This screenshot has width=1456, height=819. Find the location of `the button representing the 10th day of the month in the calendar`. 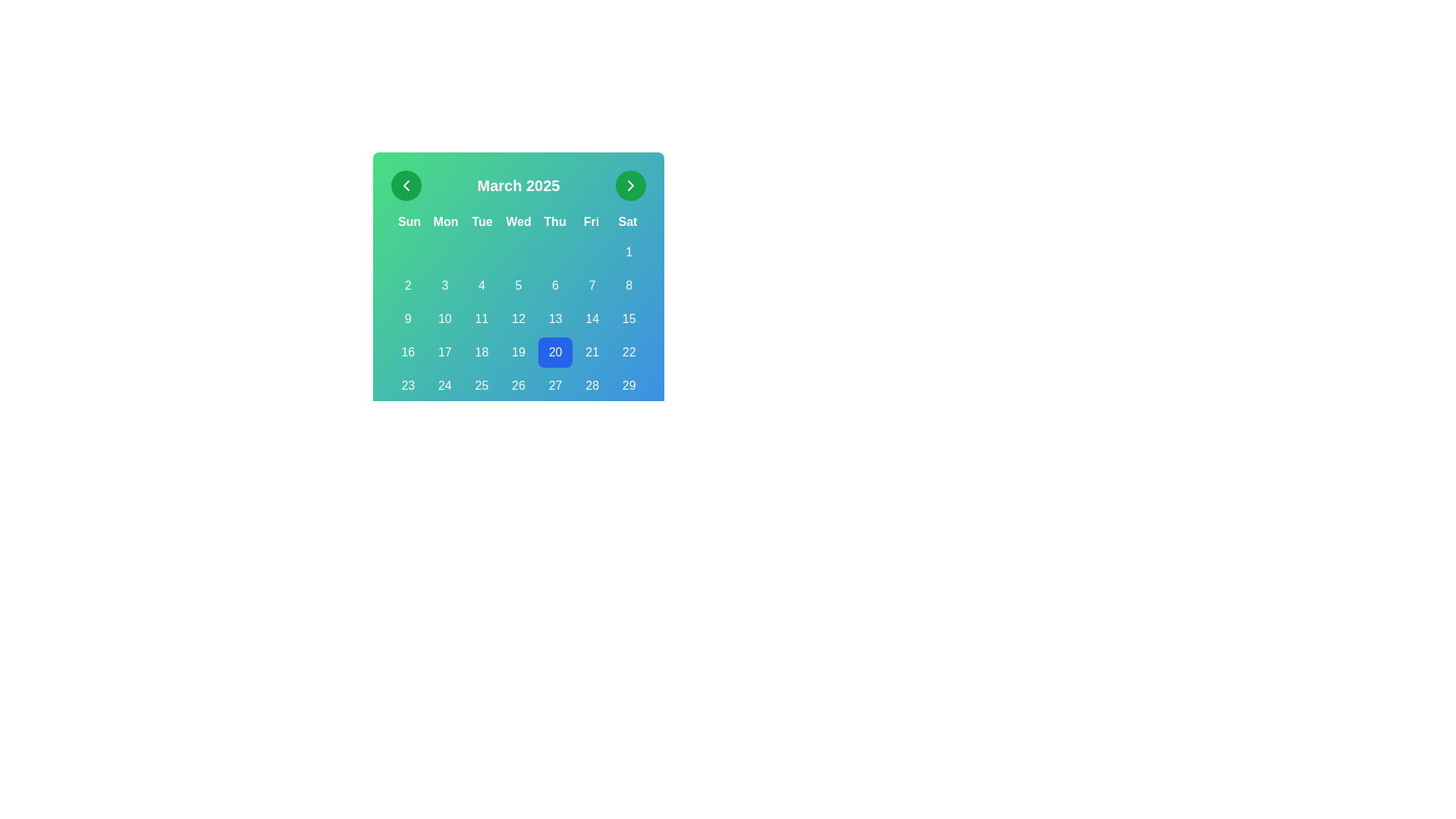

the button representing the 10th day of the month in the calendar is located at coordinates (444, 318).